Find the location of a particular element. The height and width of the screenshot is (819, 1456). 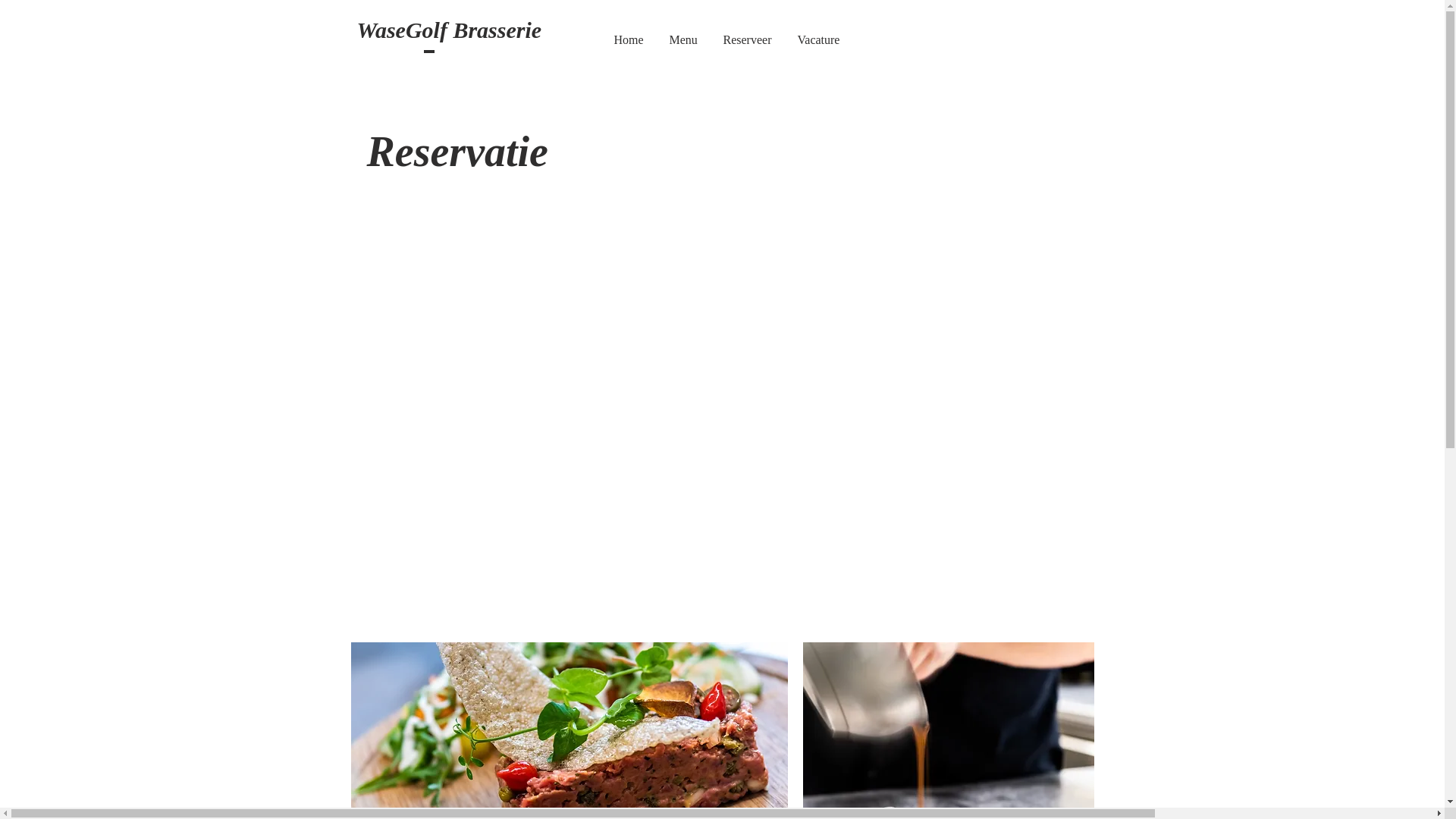

'WaseGolf Brasserie' is located at coordinates (447, 32).